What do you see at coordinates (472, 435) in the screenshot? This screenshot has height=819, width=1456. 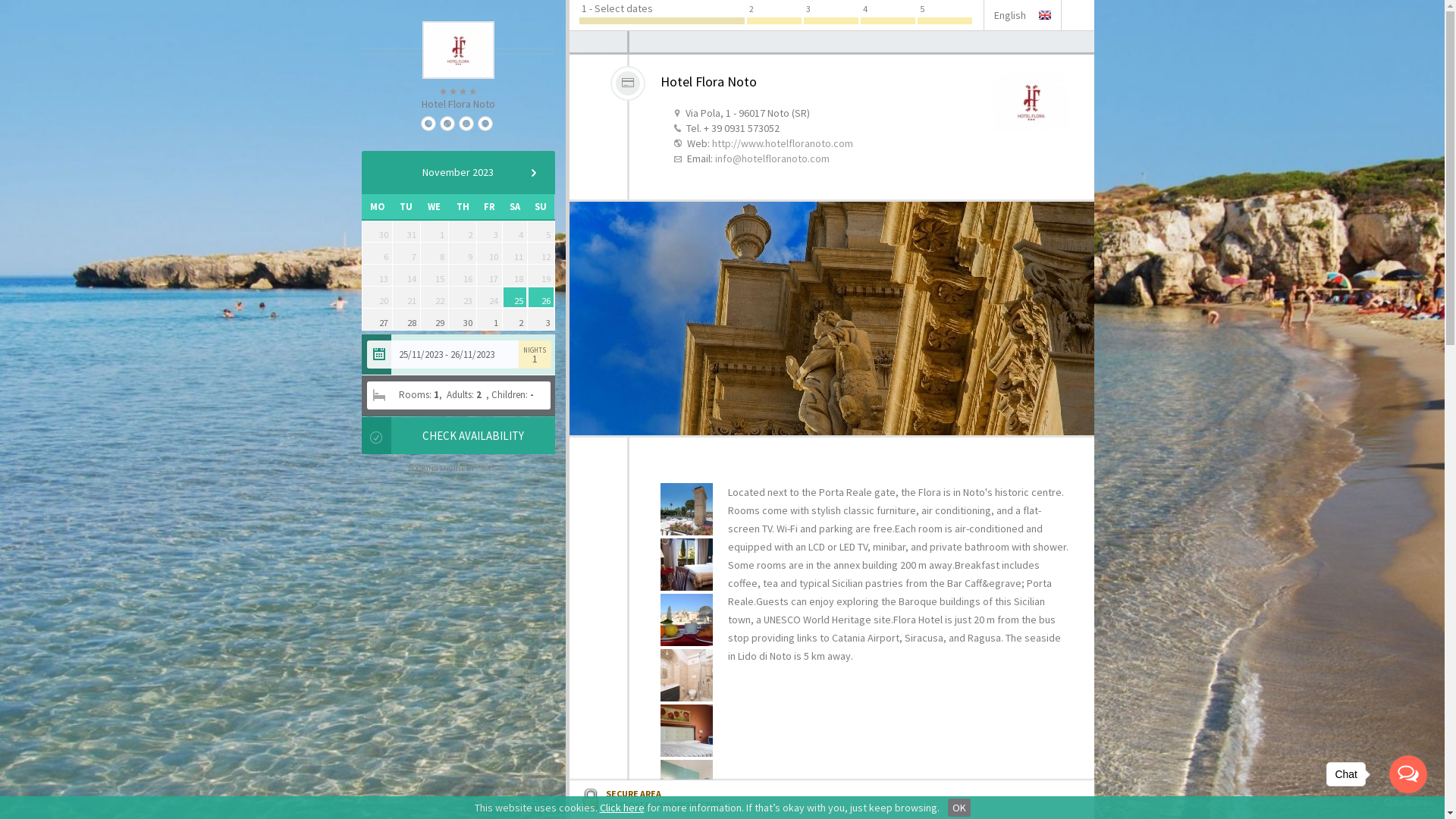 I see `'CHECK AVAILABILITY'` at bounding box center [472, 435].